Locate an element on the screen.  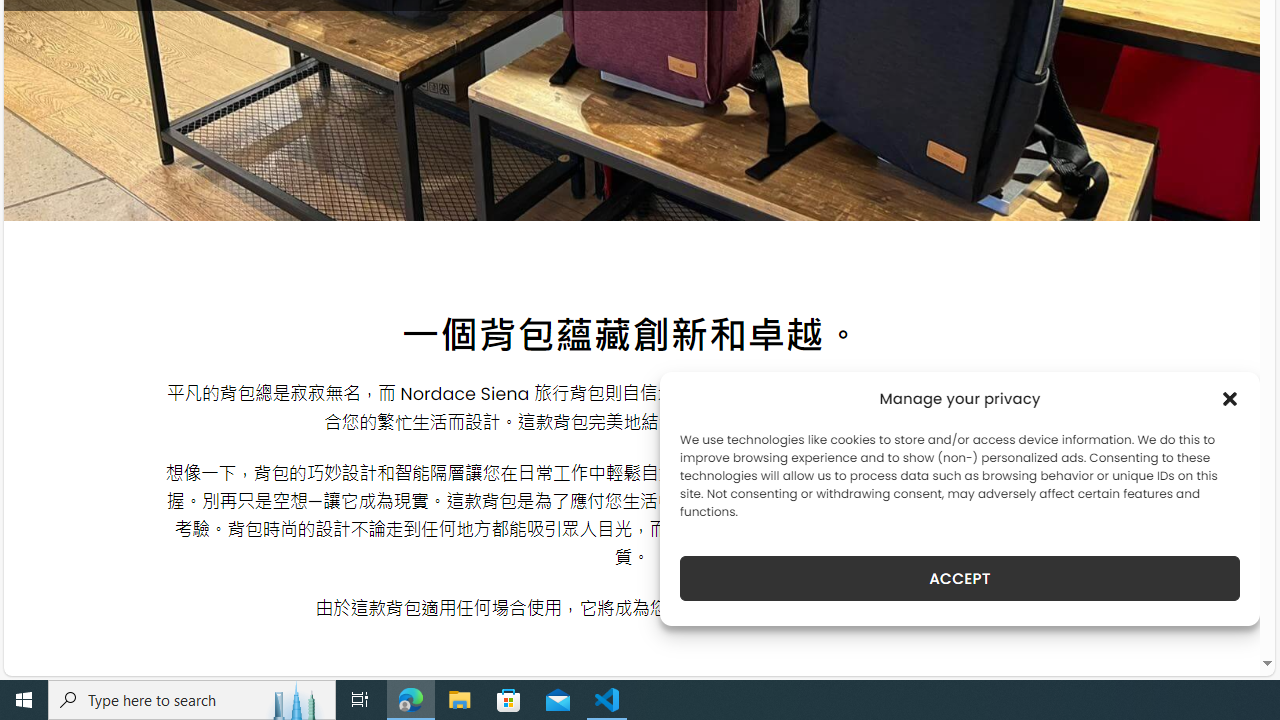
'ACCEPT' is located at coordinates (960, 578).